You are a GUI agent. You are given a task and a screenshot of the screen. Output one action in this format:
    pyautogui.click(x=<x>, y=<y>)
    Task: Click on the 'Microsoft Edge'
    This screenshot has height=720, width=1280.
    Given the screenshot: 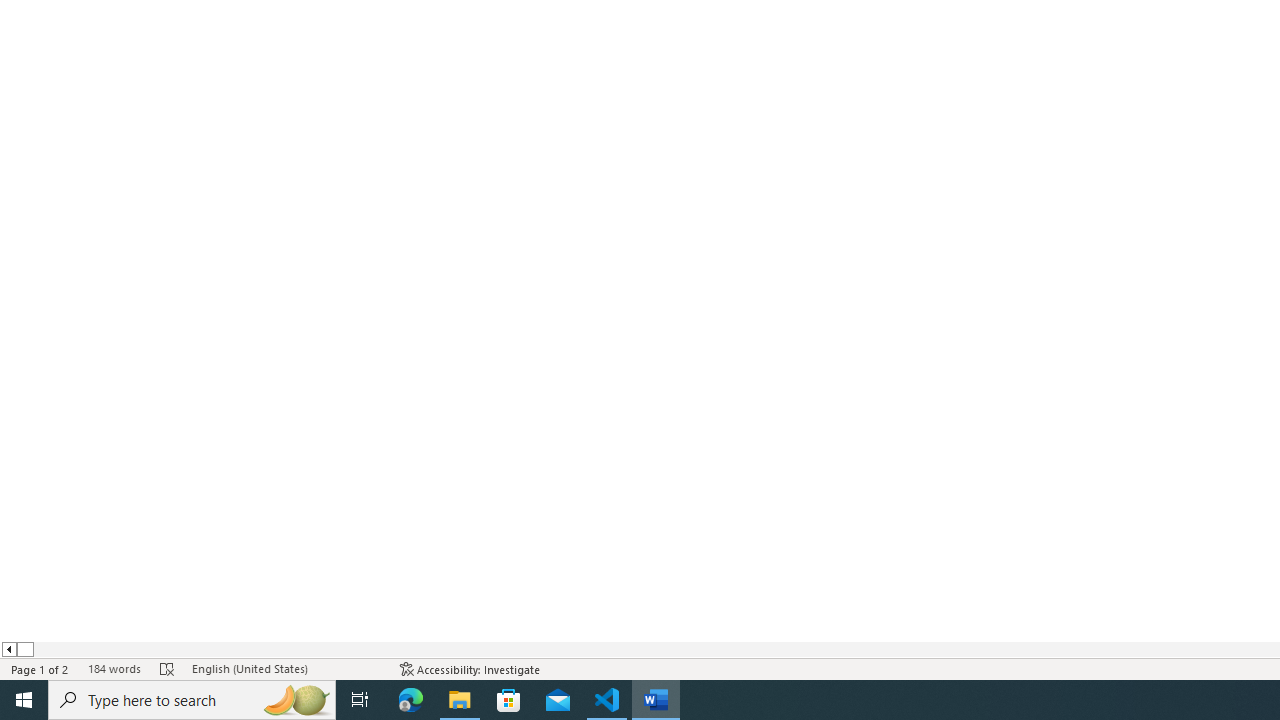 What is the action you would take?
    pyautogui.click(x=410, y=698)
    